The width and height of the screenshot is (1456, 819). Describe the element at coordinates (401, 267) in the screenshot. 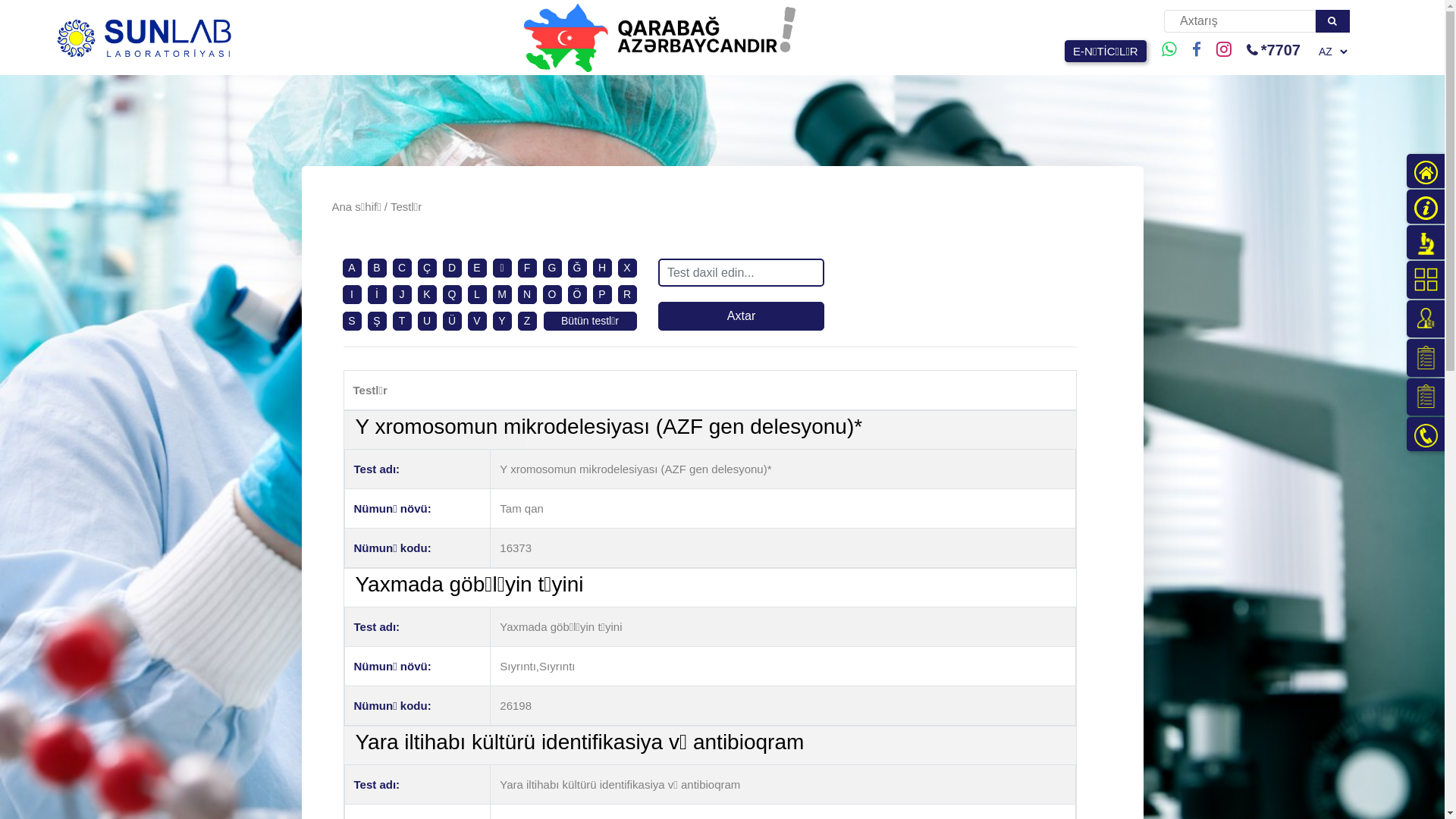

I see `'C'` at that location.